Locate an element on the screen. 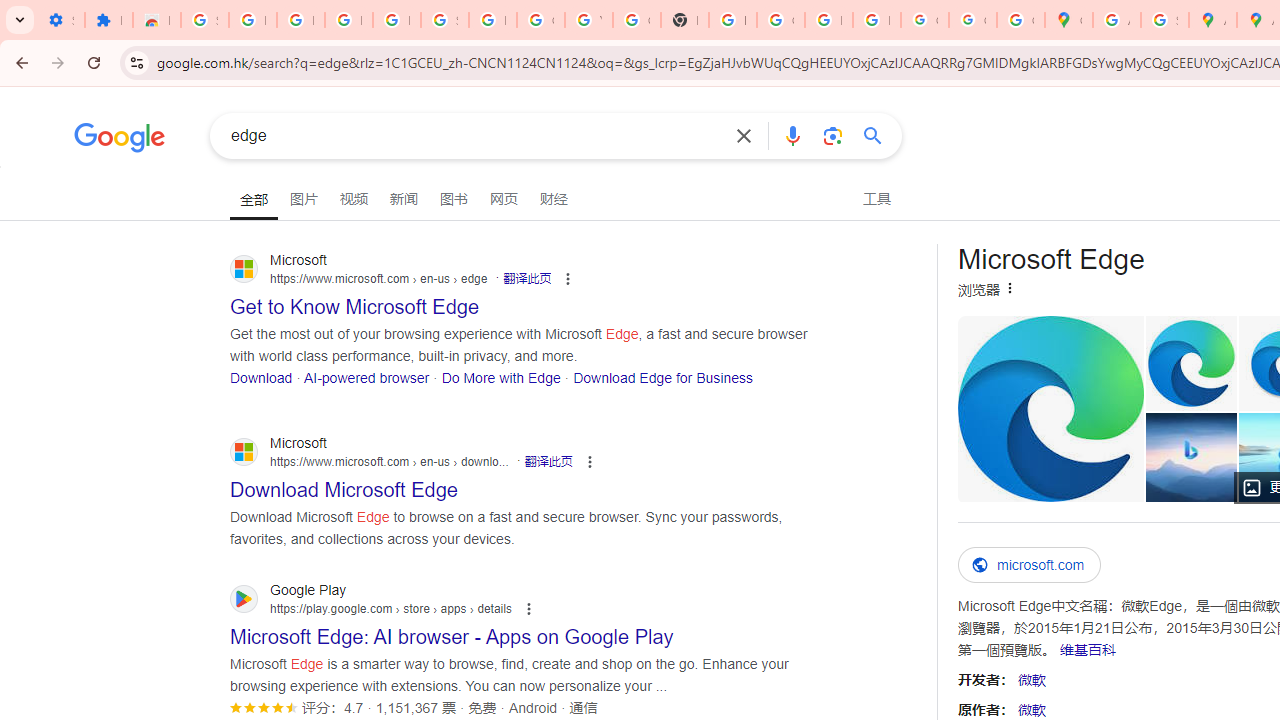  'AI-powered browser' is located at coordinates (366, 377).